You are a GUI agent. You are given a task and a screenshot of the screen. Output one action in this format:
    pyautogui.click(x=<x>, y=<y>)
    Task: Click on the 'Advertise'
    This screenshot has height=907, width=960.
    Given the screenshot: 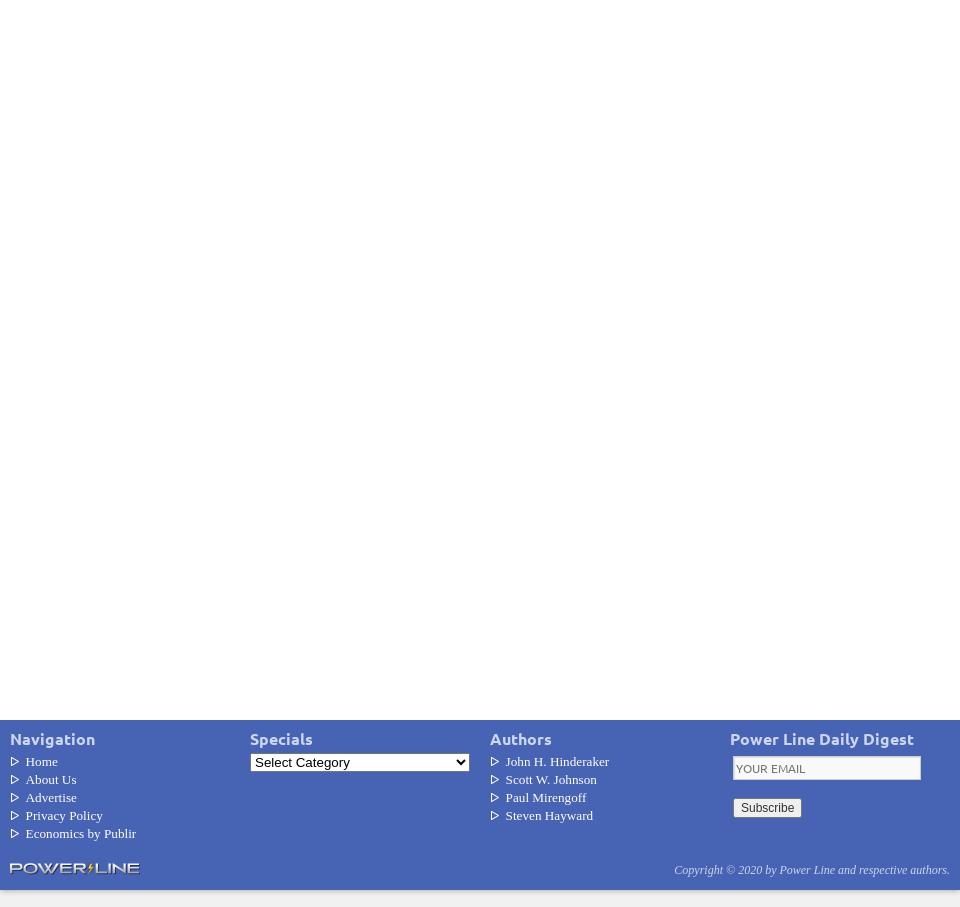 What is the action you would take?
    pyautogui.click(x=49, y=796)
    